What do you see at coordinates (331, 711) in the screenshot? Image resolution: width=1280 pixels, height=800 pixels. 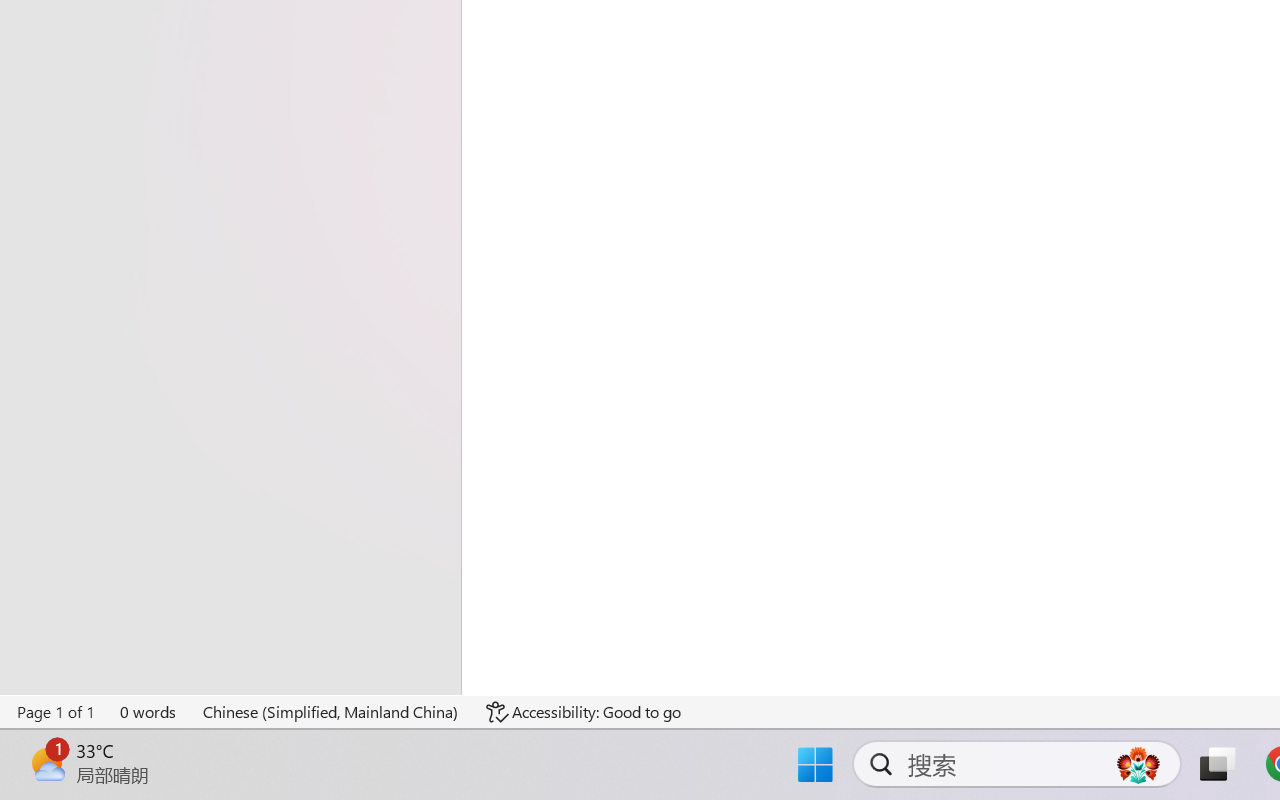 I see `'Language Chinese (Simplified, Mainland China)'` at bounding box center [331, 711].